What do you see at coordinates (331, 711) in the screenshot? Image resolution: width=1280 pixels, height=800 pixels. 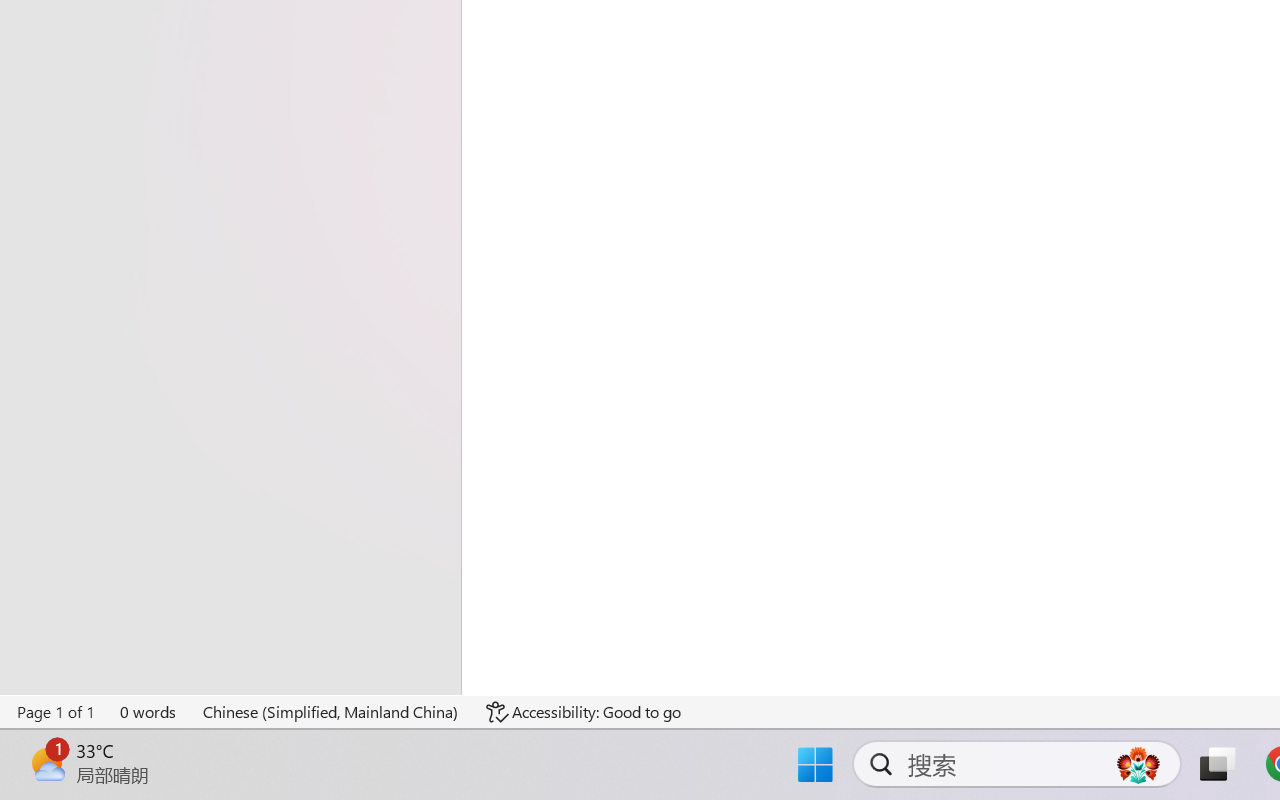 I see `'Language Chinese (Simplified, Mainland China)'` at bounding box center [331, 711].